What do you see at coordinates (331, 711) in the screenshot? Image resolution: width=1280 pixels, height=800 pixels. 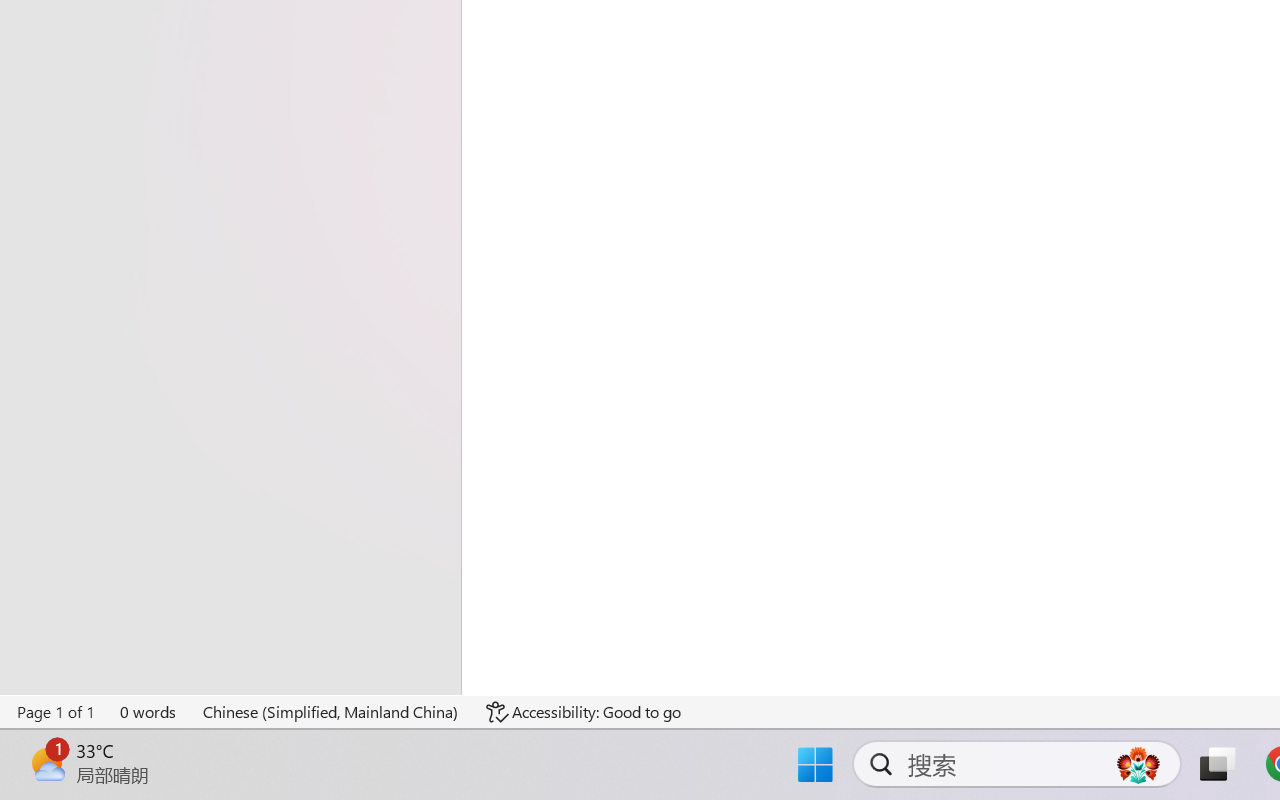 I see `'Language Chinese (Simplified, Mainland China)'` at bounding box center [331, 711].